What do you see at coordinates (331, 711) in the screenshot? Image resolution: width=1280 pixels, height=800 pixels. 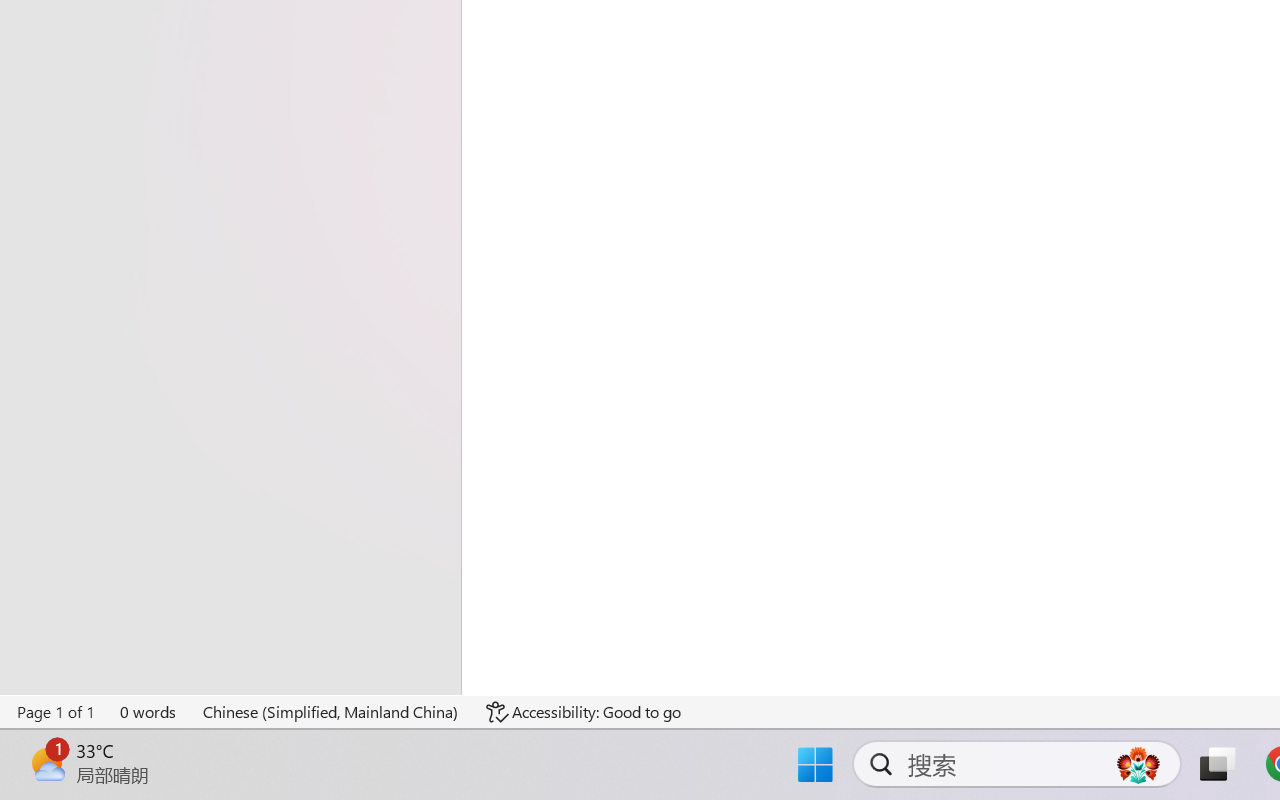 I see `'Language Chinese (Simplified, Mainland China)'` at bounding box center [331, 711].